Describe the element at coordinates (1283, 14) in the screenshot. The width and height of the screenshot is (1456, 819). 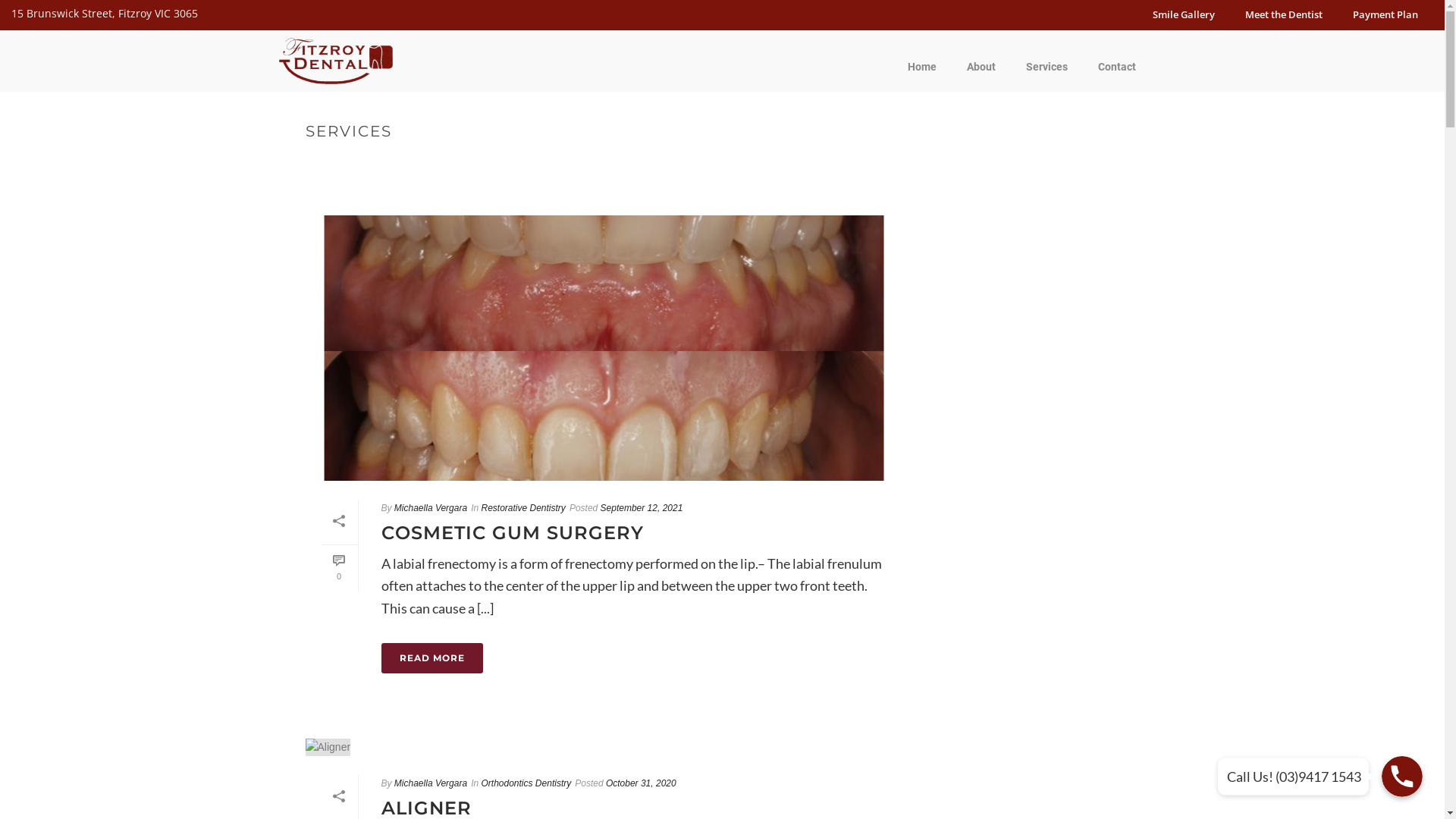
I see `'Meet the Dentist'` at that location.